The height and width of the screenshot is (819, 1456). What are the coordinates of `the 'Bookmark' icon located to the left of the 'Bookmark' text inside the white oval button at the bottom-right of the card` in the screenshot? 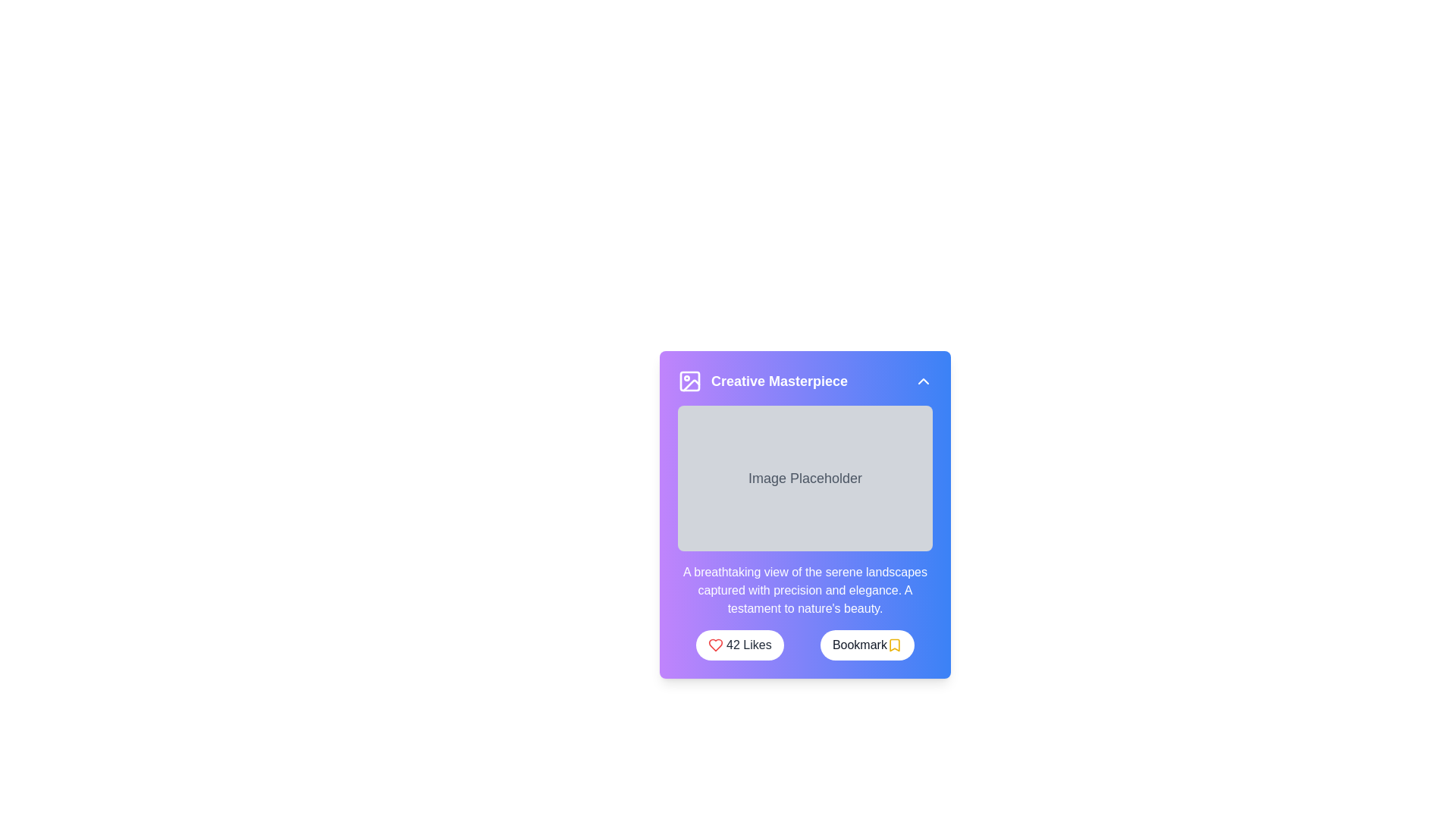 It's located at (894, 645).